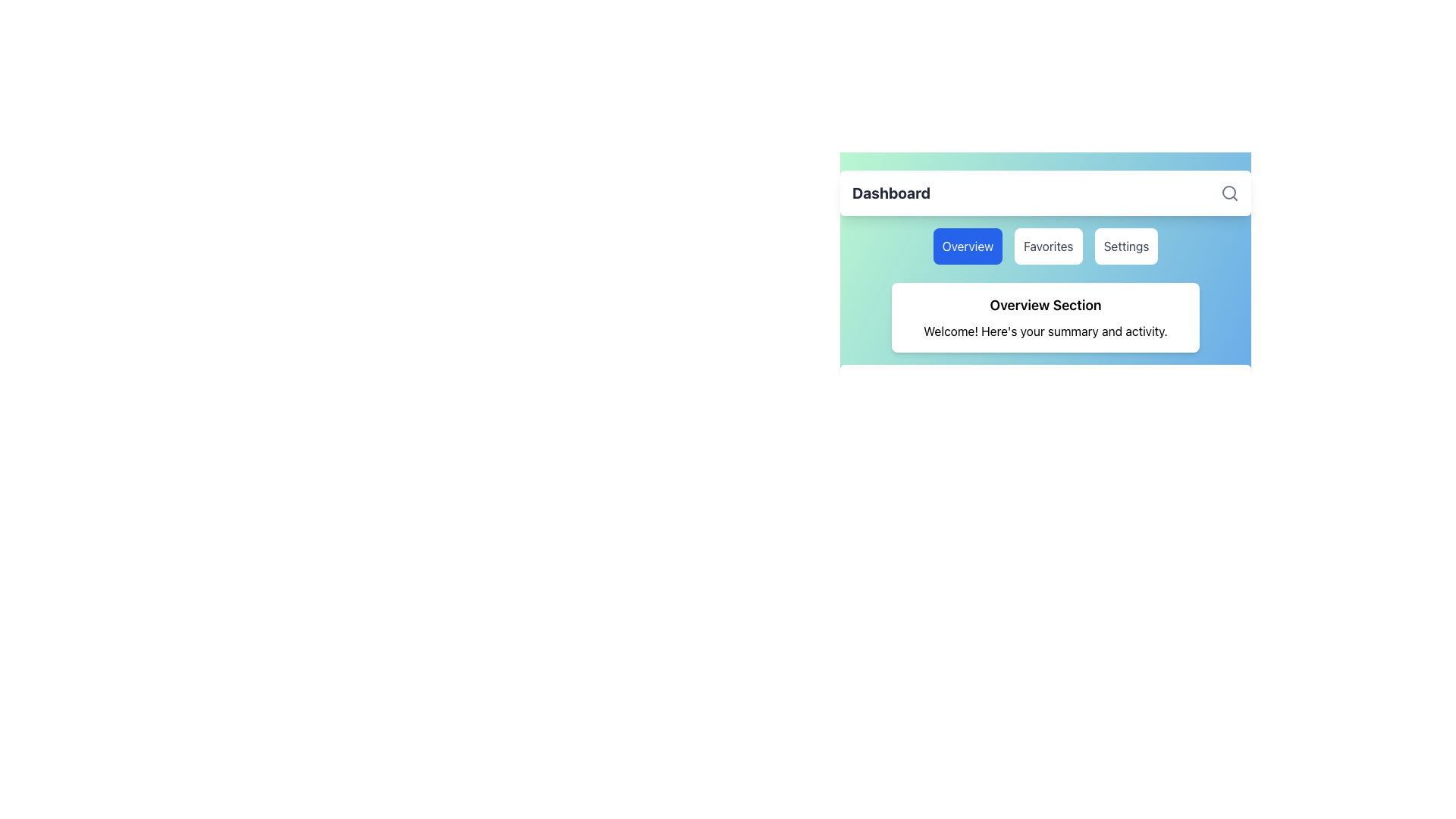 The height and width of the screenshot is (819, 1456). What do you see at coordinates (1044, 330) in the screenshot?
I see `text label that provides a welcome note and brief summary, located directly beneath the 'Overview Section' header` at bounding box center [1044, 330].